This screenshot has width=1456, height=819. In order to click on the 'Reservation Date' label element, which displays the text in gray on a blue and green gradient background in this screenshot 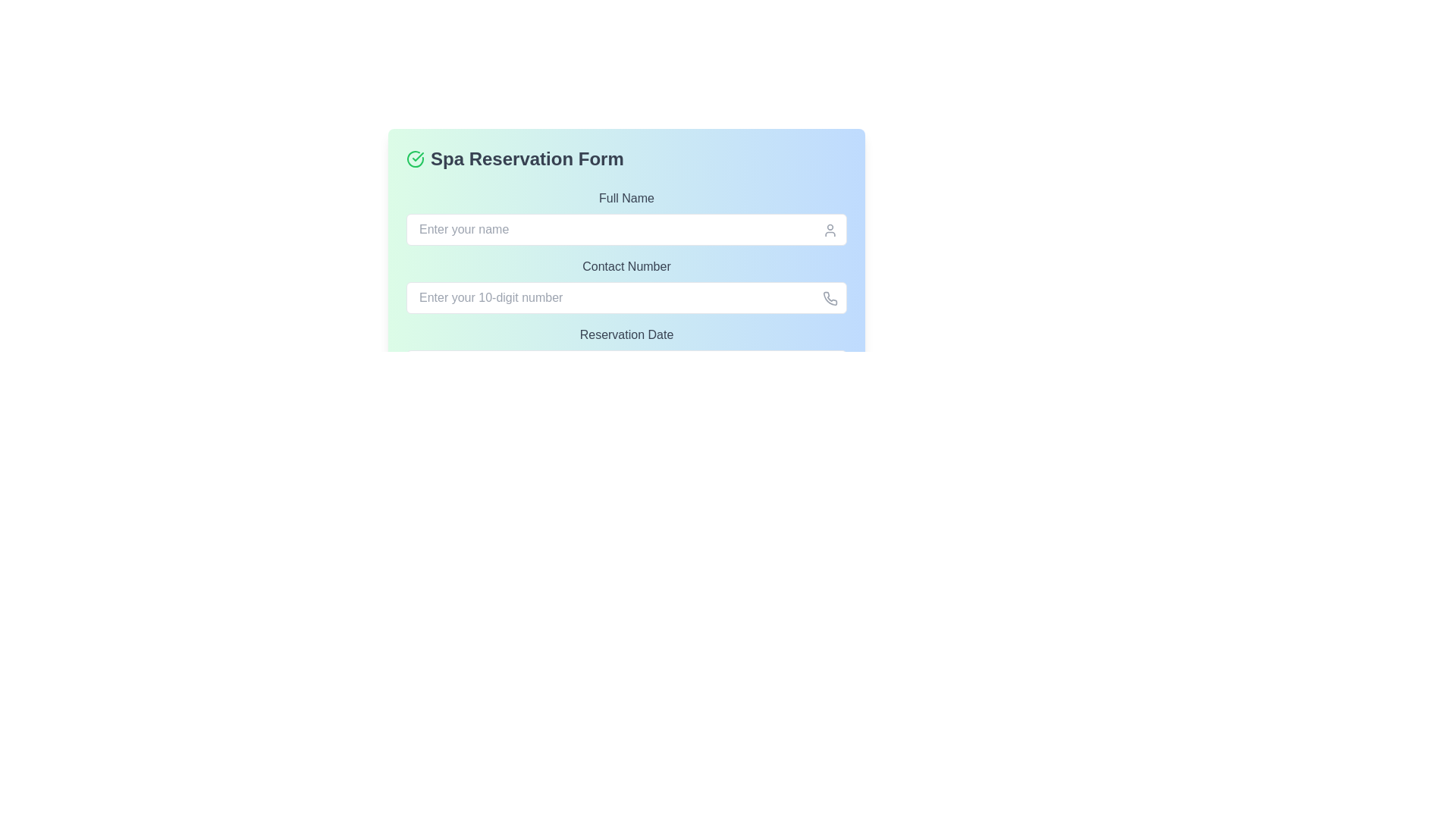, I will do `click(626, 334)`.